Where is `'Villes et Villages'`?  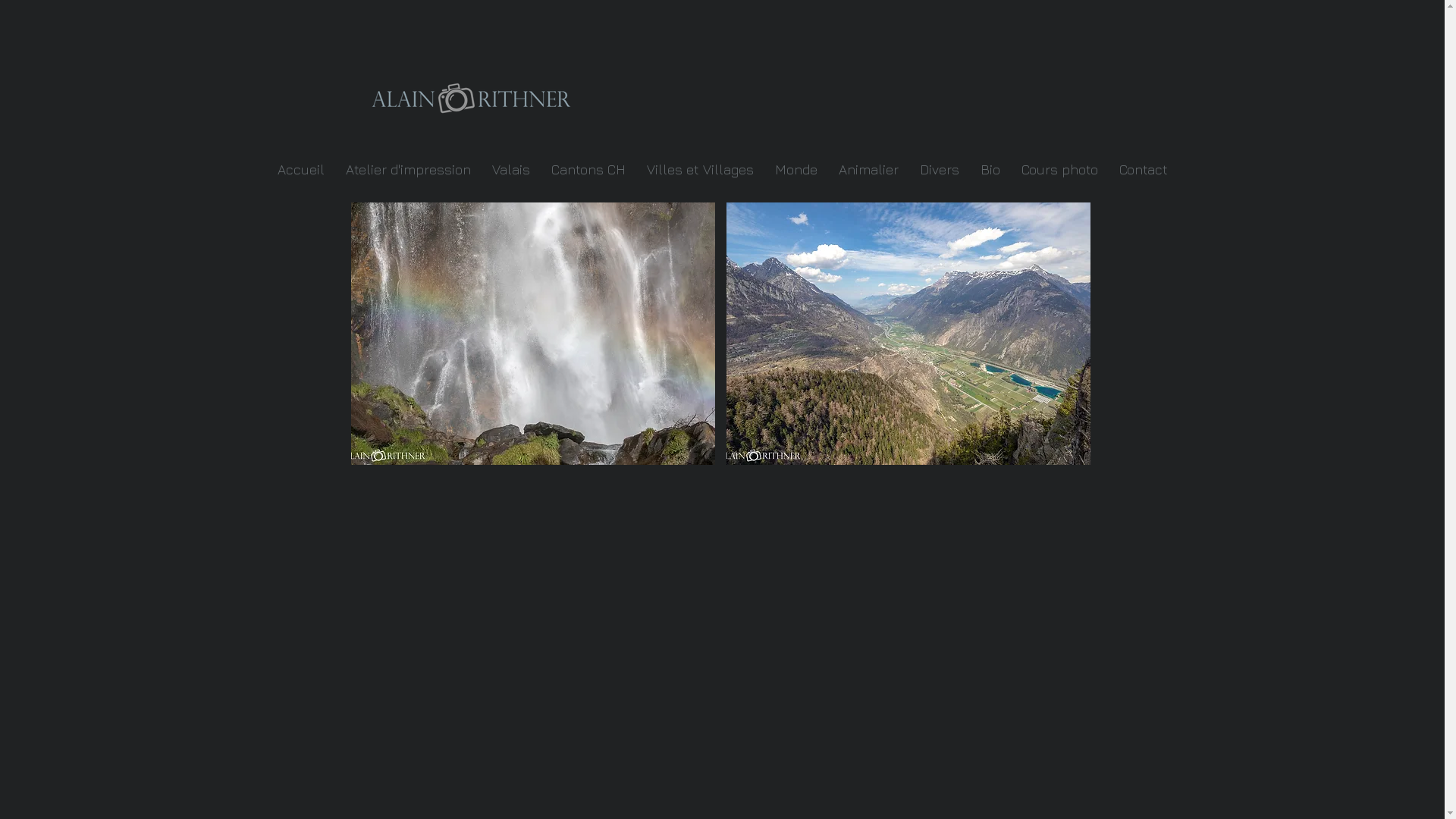
'Villes et Villages' is located at coordinates (698, 169).